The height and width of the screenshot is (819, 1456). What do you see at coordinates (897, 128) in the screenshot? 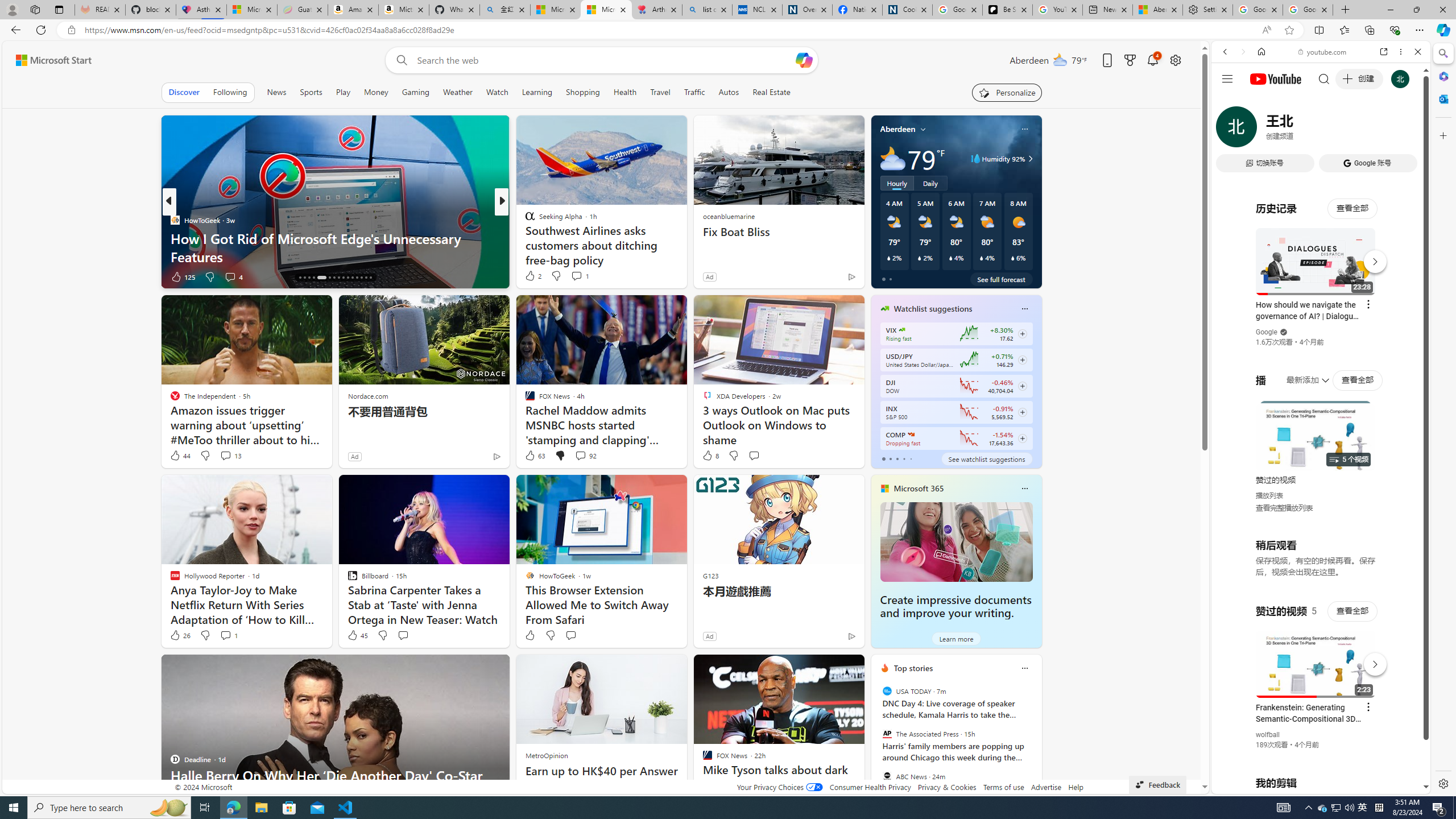
I see `'Aberdeen'` at bounding box center [897, 128].